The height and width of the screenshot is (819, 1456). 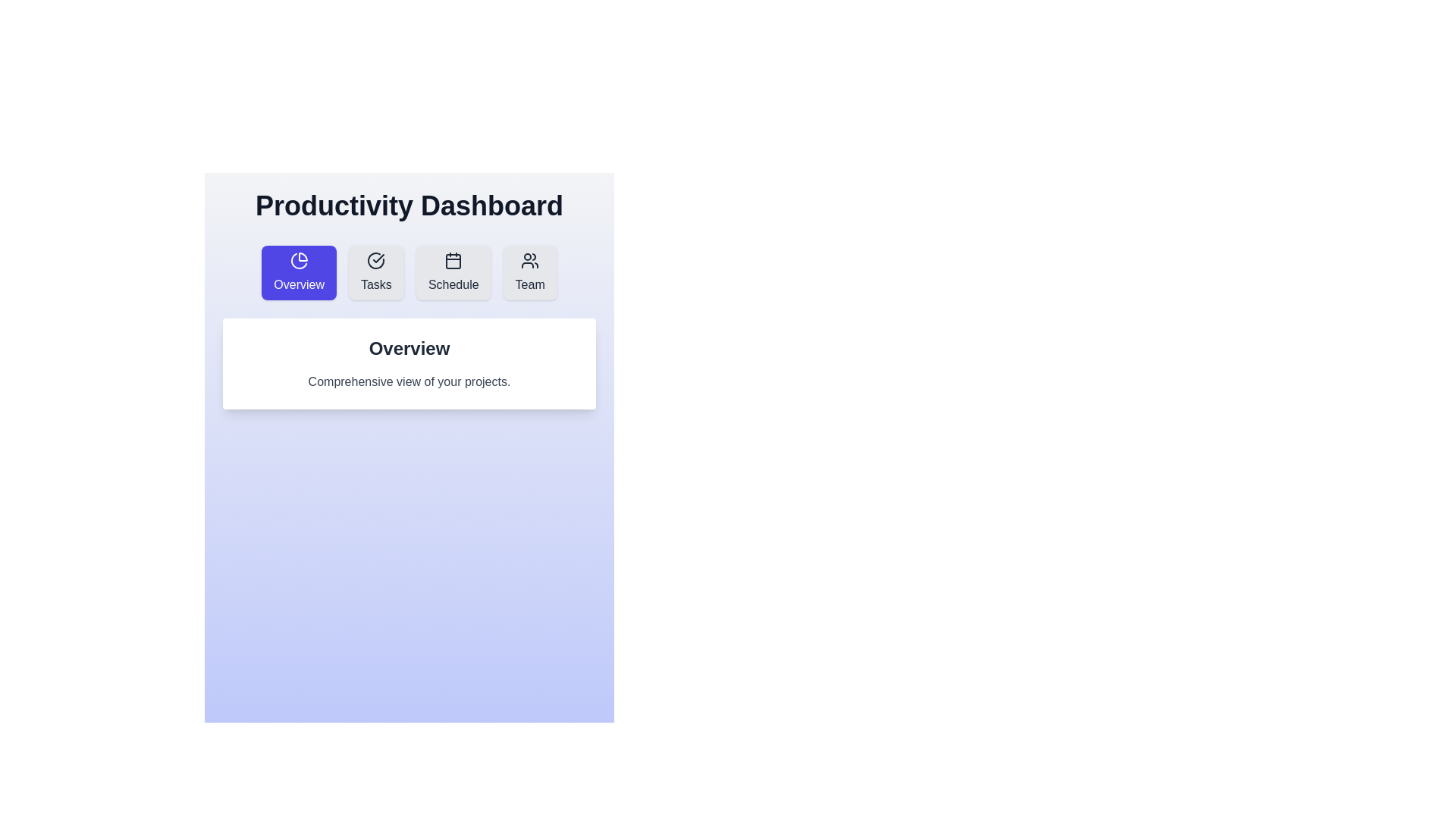 What do you see at coordinates (299, 271) in the screenshot?
I see `the tab button labeled Overview to switch to its view` at bounding box center [299, 271].